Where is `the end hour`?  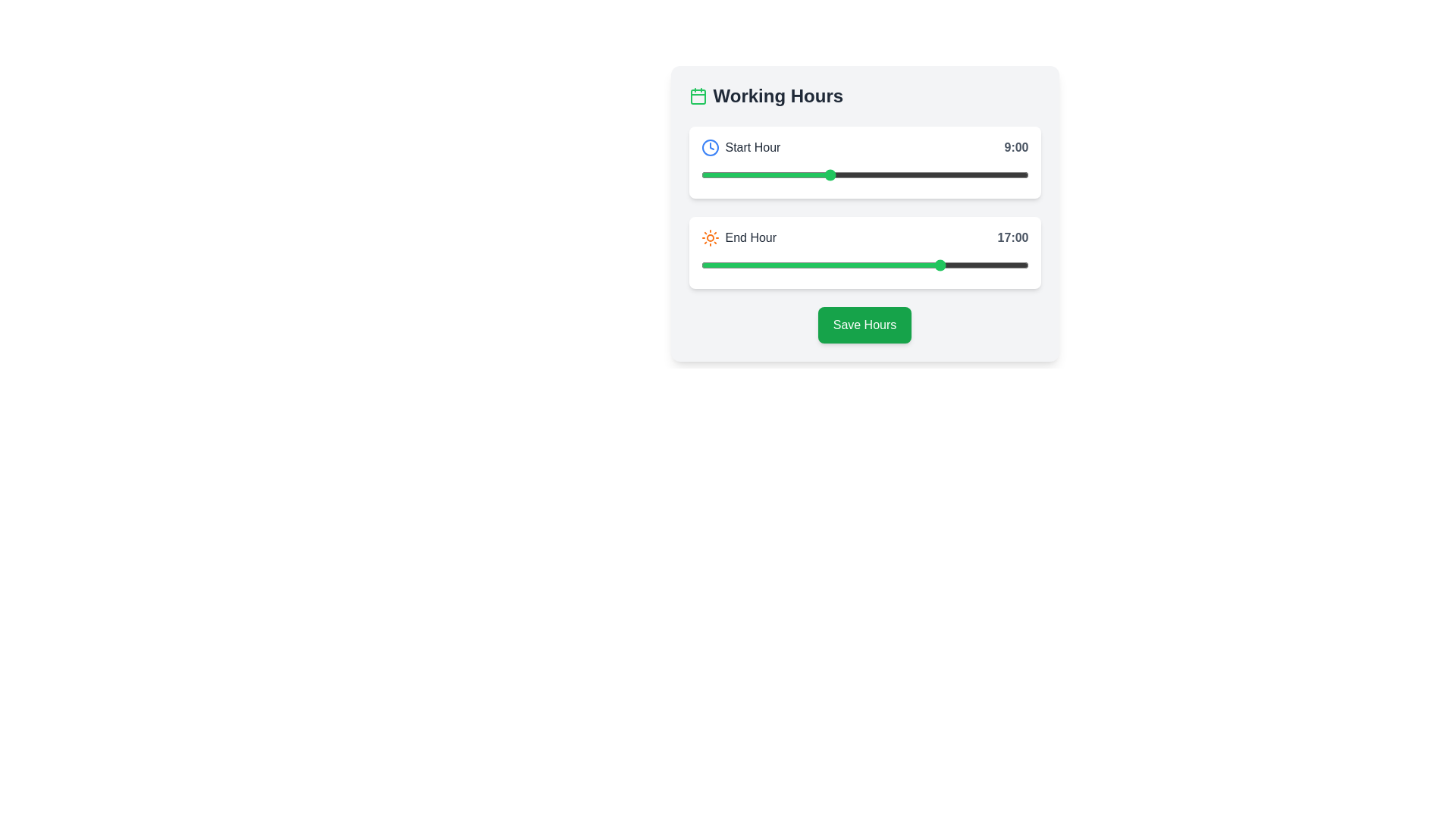 the end hour is located at coordinates (858, 265).